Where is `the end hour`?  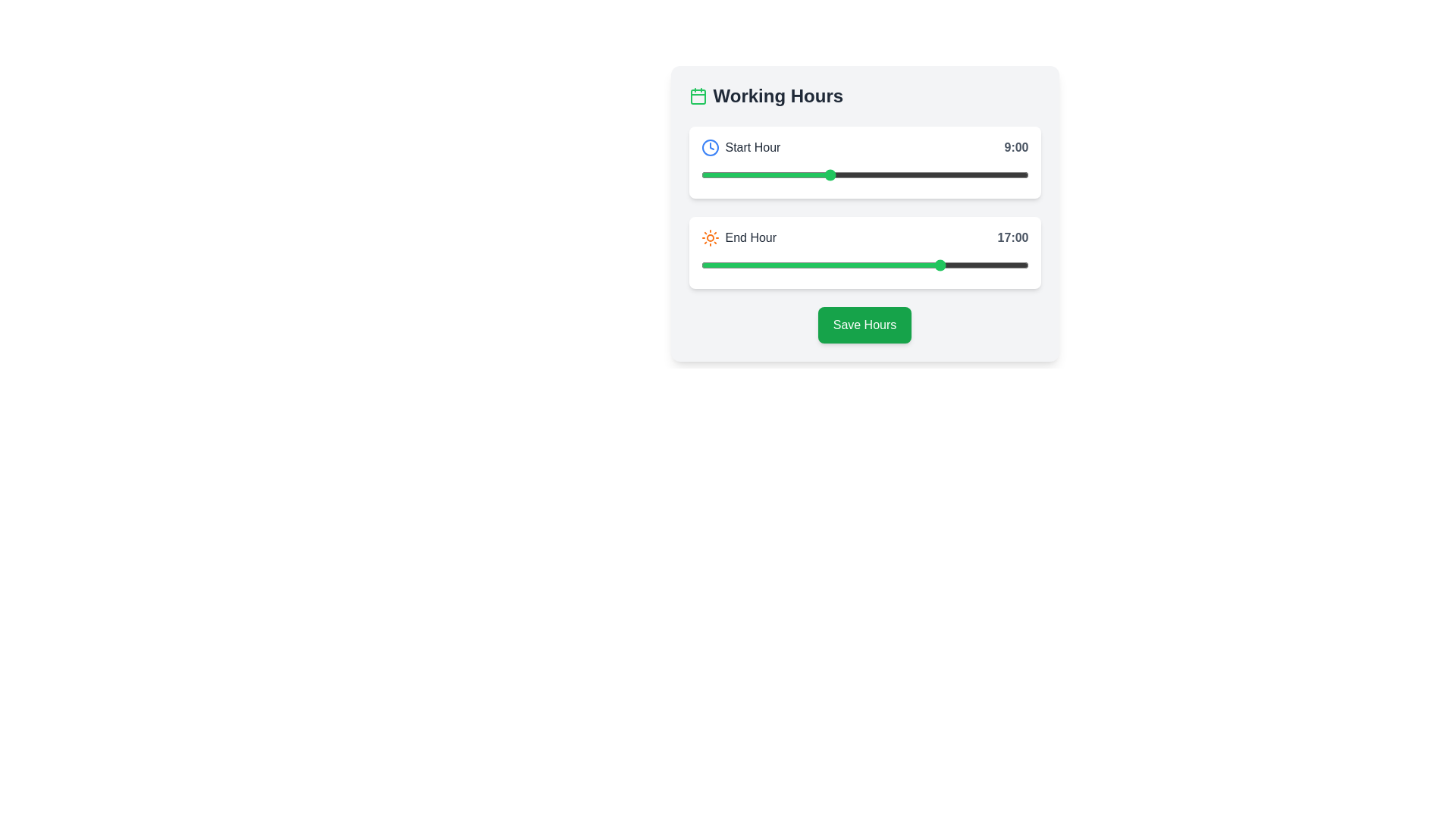 the end hour is located at coordinates (858, 265).